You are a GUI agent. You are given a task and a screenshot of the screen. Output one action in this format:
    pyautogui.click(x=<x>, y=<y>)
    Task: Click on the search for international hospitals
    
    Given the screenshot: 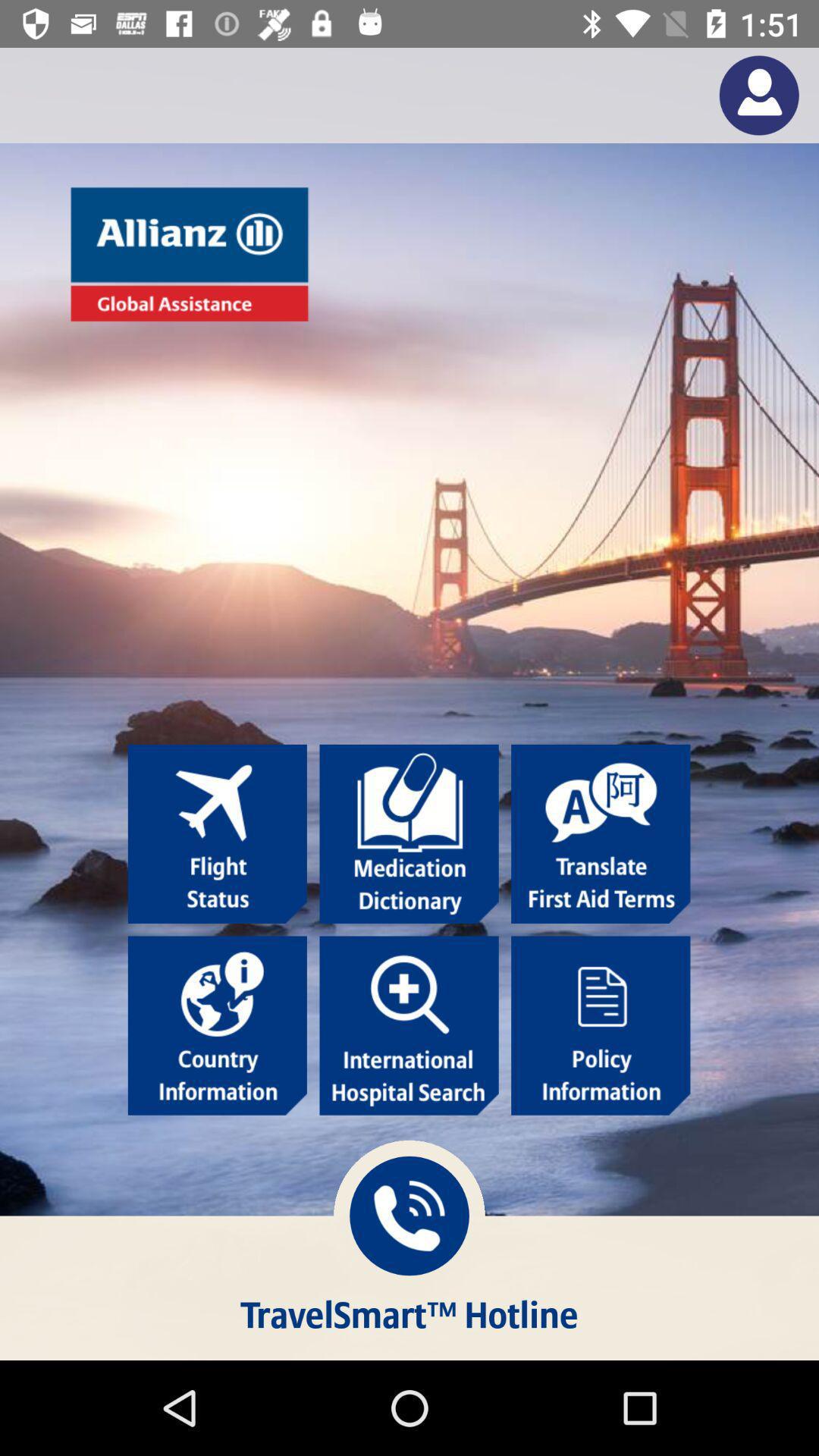 What is the action you would take?
    pyautogui.click(x=408, y=1025)
    